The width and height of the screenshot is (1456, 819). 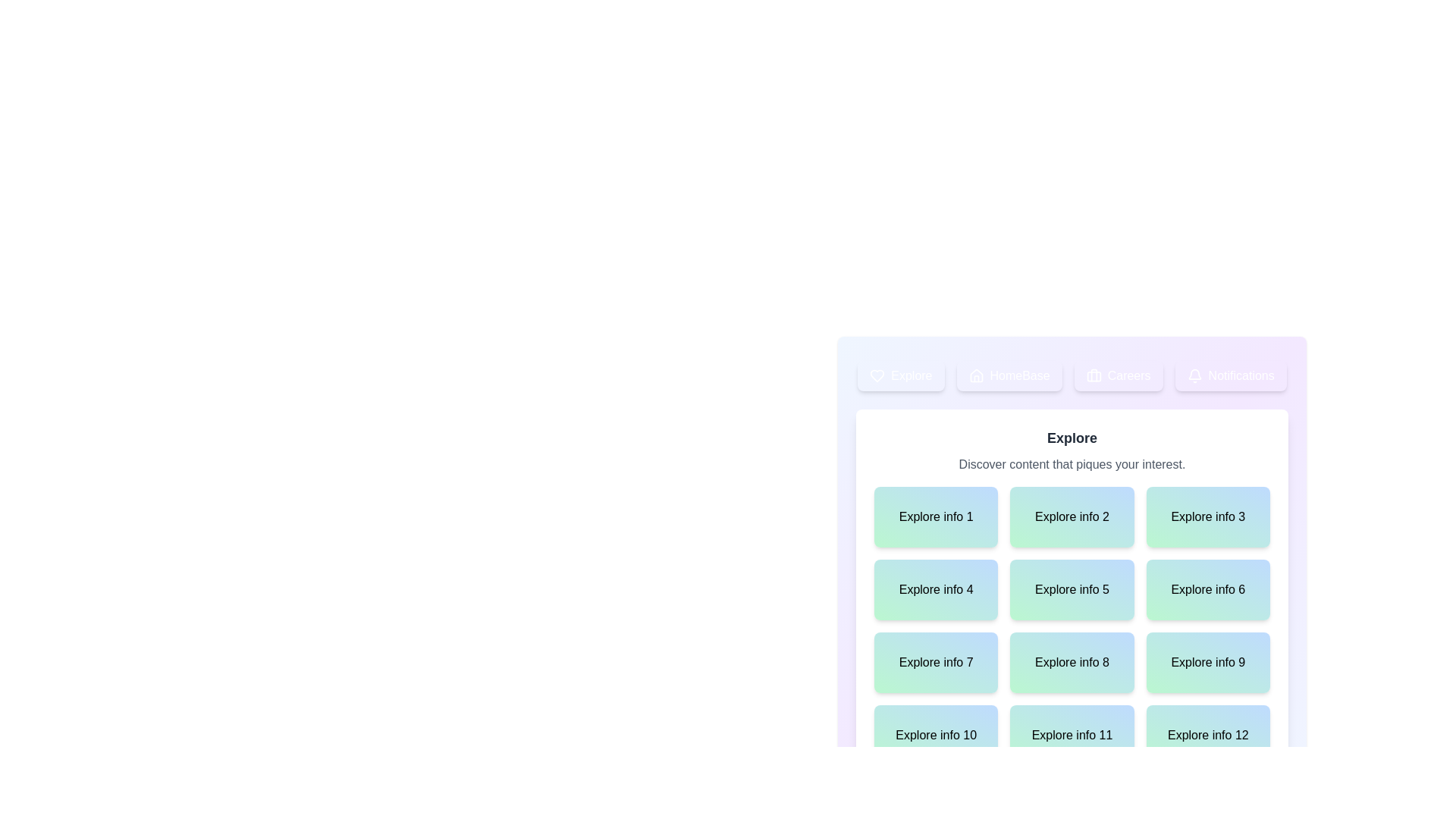 What do you see at coordinates (1009, 375) in the screenshot?
I see `the tab corresponding to HomeBase` at bounding box center [1009, 375].